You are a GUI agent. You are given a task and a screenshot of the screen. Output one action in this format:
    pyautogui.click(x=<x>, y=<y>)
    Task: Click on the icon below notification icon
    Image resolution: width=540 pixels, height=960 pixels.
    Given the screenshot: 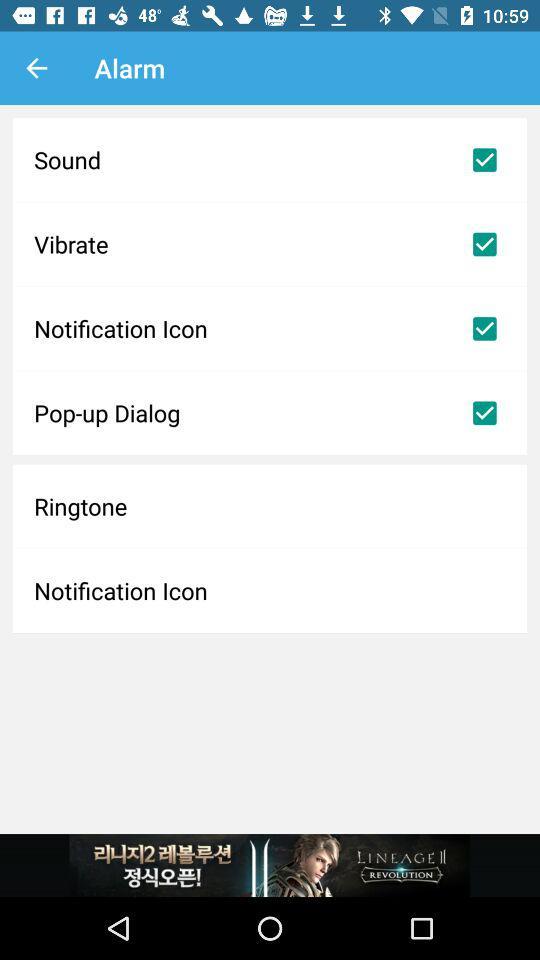 What is the action you would take?
    pyautogui.click(x=270, y=412)
    